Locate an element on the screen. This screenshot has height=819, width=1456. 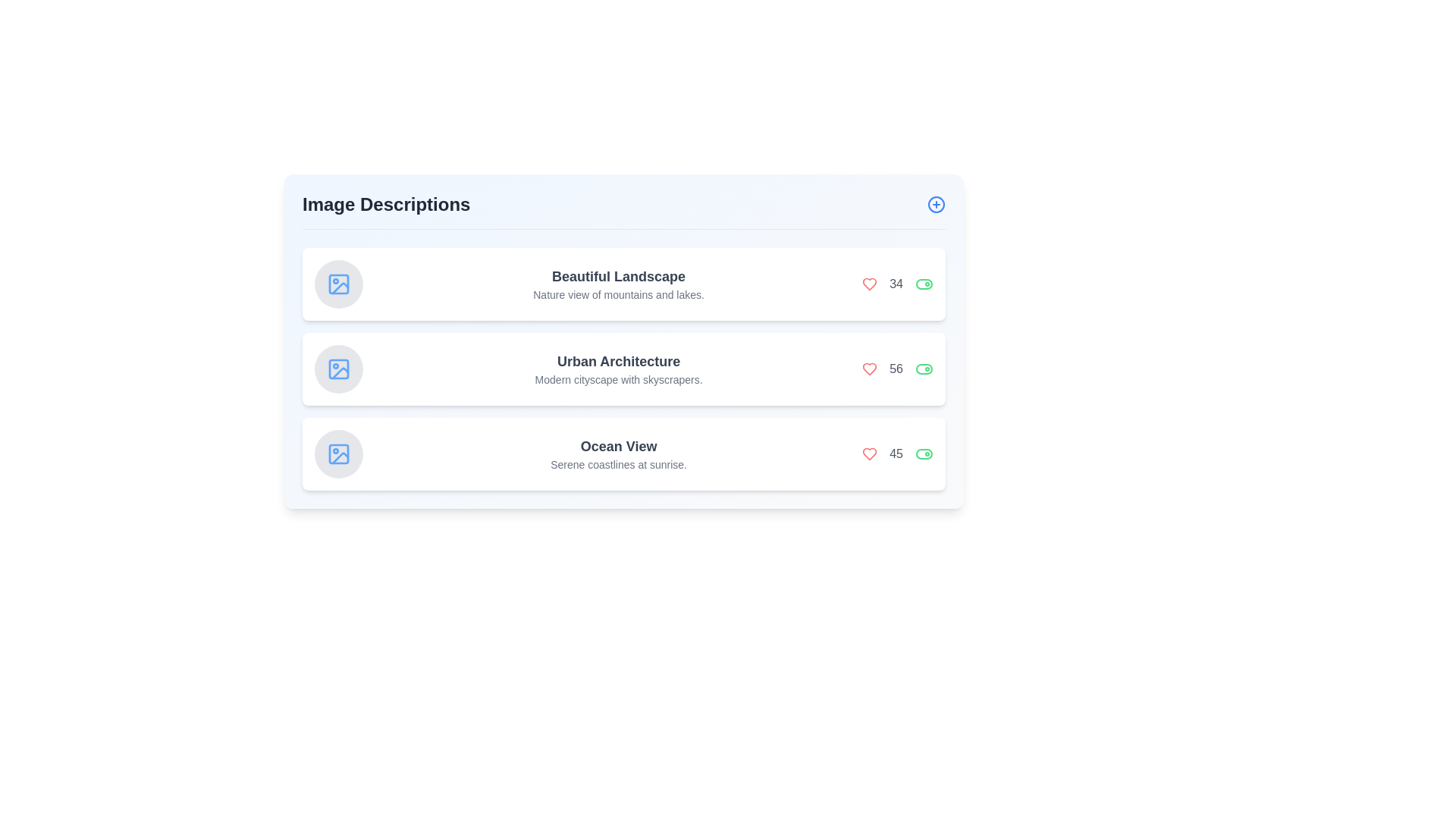
the item Beautiful Landscape in the list to highlight it is located at coordinates (623, 284).